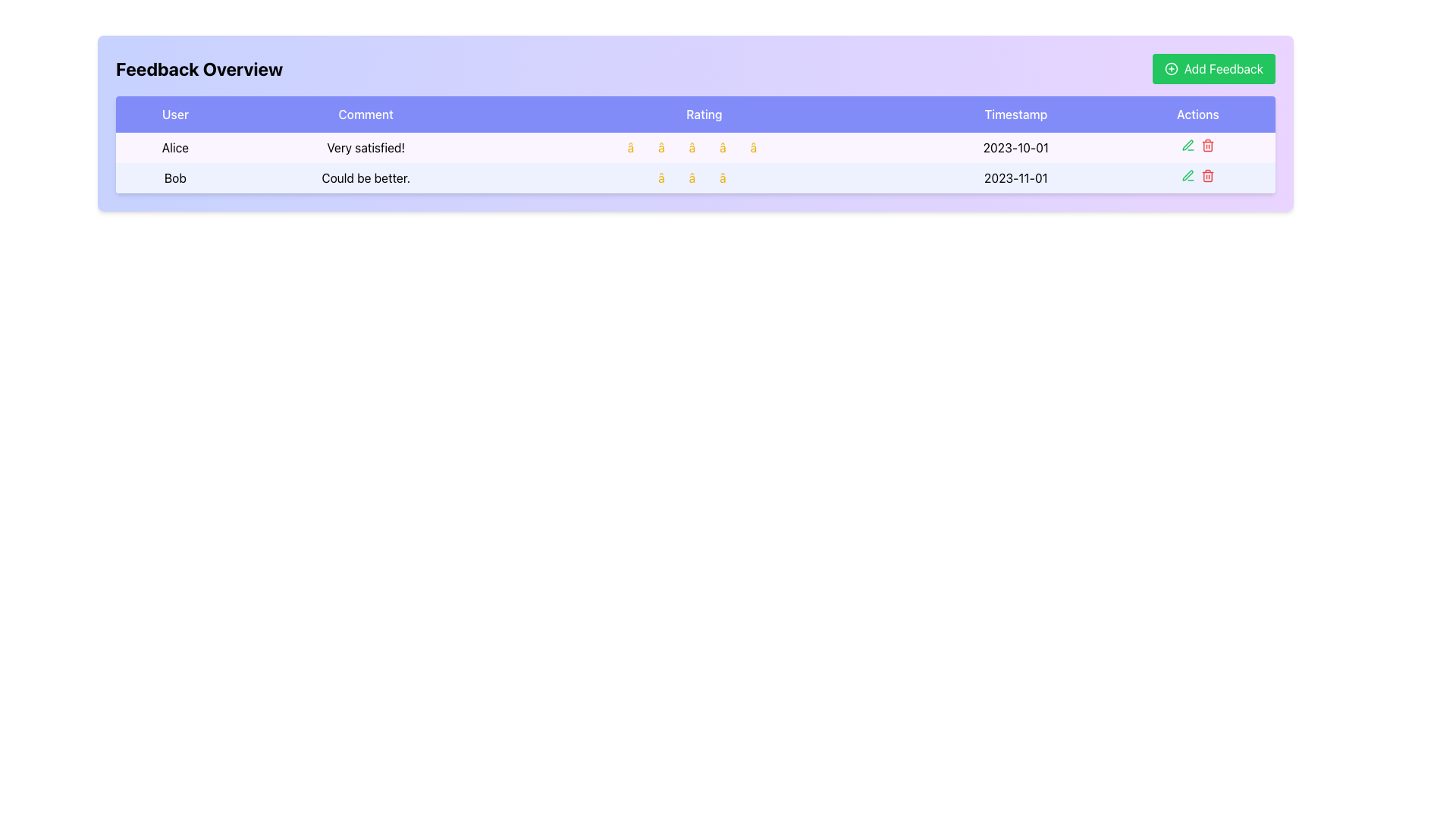 The width and height of the screenshot is (1456, 819). I want to click on the green pen icon button in the second row of the actions column associated with 'Bob', so click(1187, 174).